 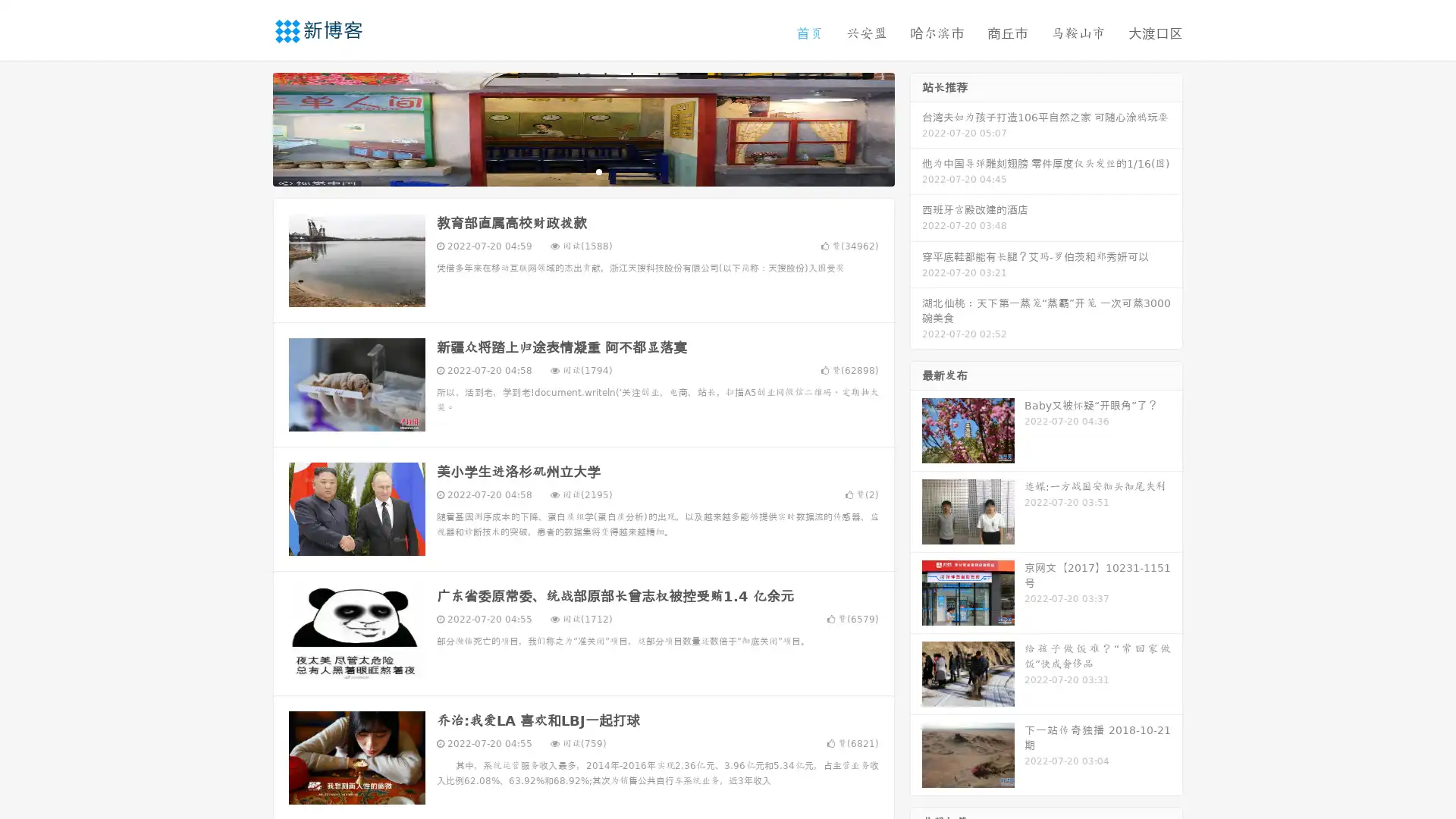 What do you see at coordinates (567, 171) in the screenshot?
I see `Go to slide 1` at bounding box center [567, 171].